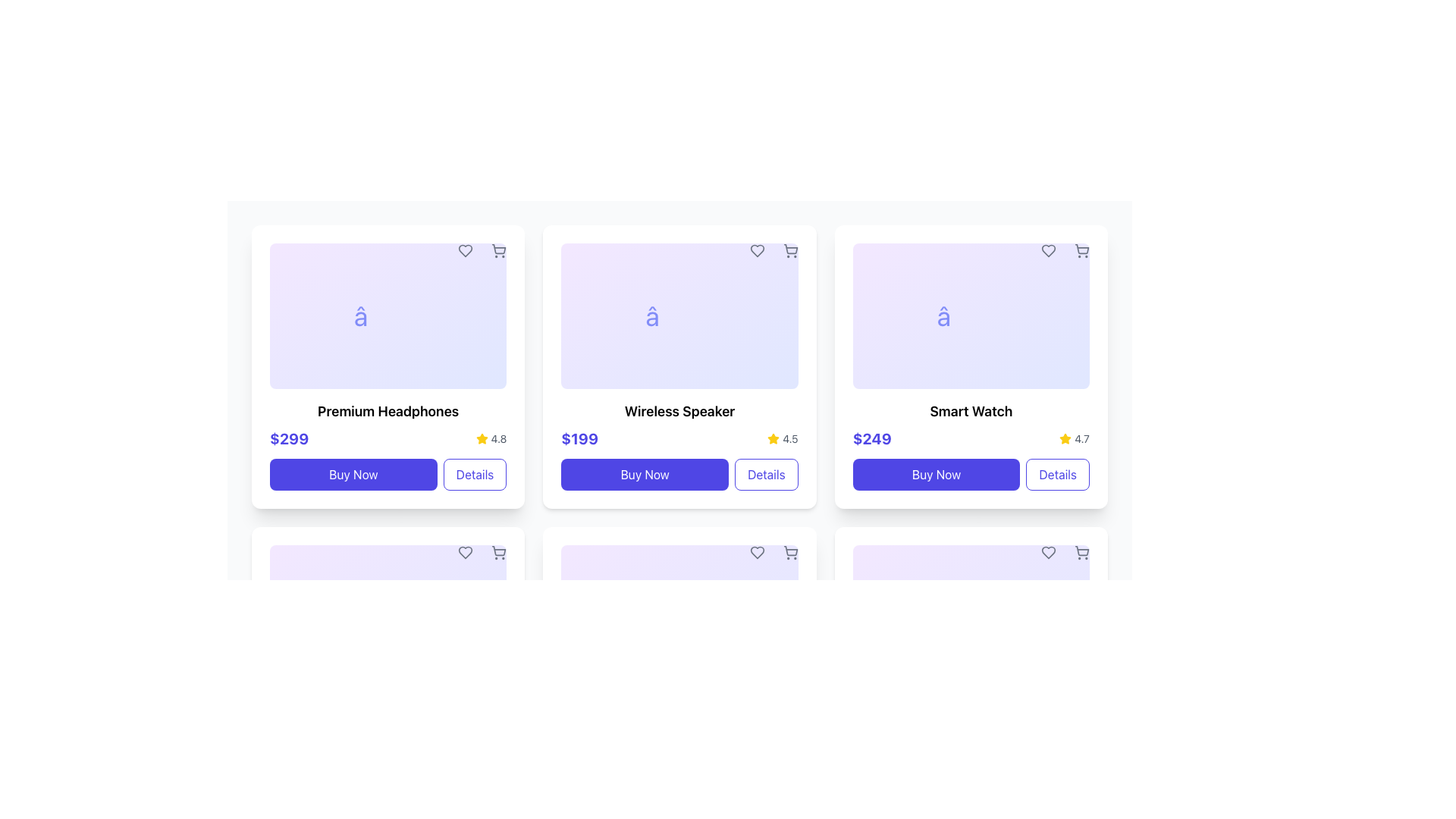 The height and width of the screenshot is (819, 1456). What do you see at coordinates (645, 473) in the screenshot?
I see `the purchase button located in the second product card (Wireless Speaker) to initiate the purchase process` at bounding box center [645, 473].